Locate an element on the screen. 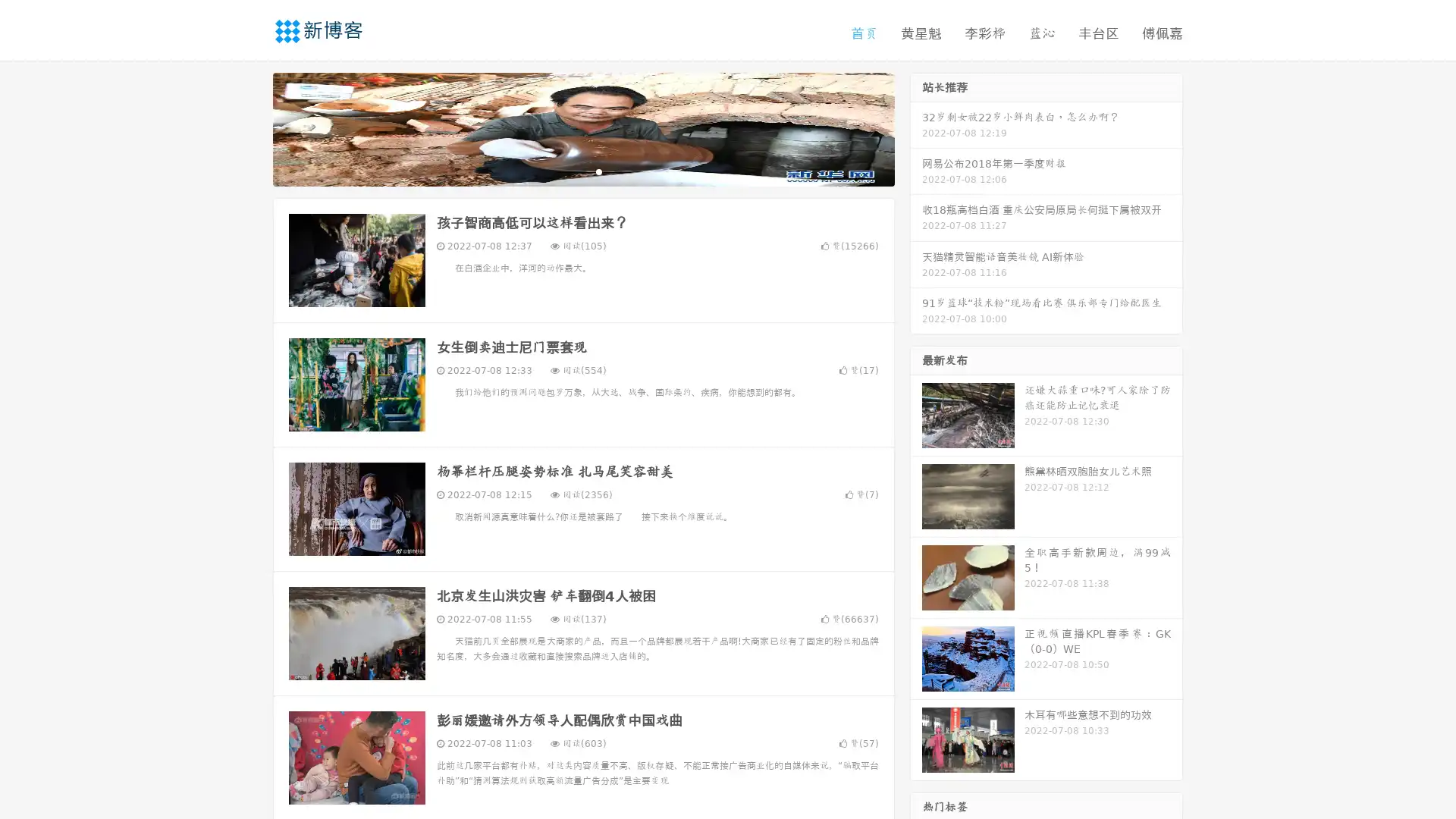  Next slide is located at coordinates (916, 127).